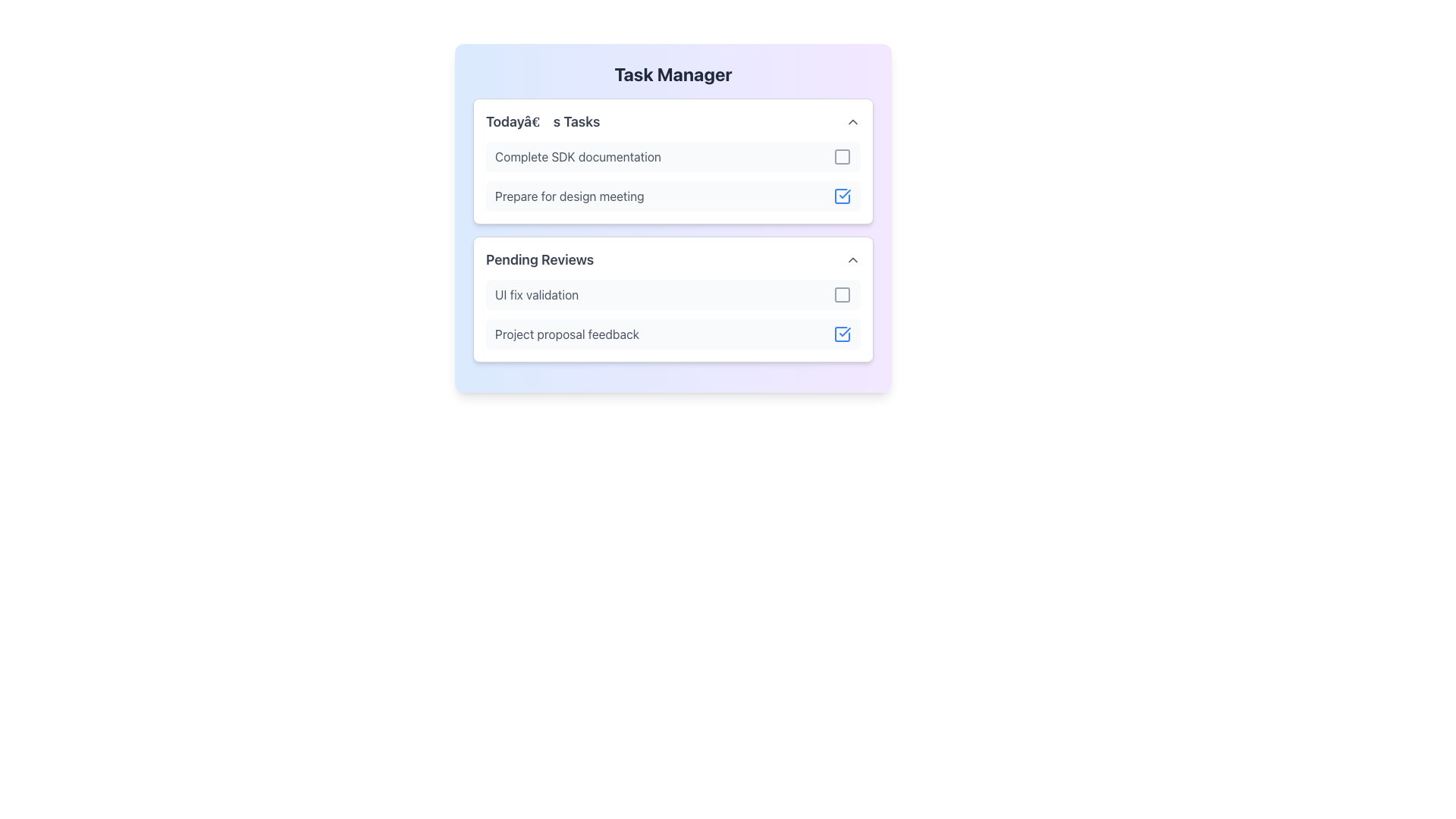  Describe the element at coordinates (673, 295) in the screenshot. I see `the topmost task item in the 'Pending Reviews' section that contains a checkbox` at that location.